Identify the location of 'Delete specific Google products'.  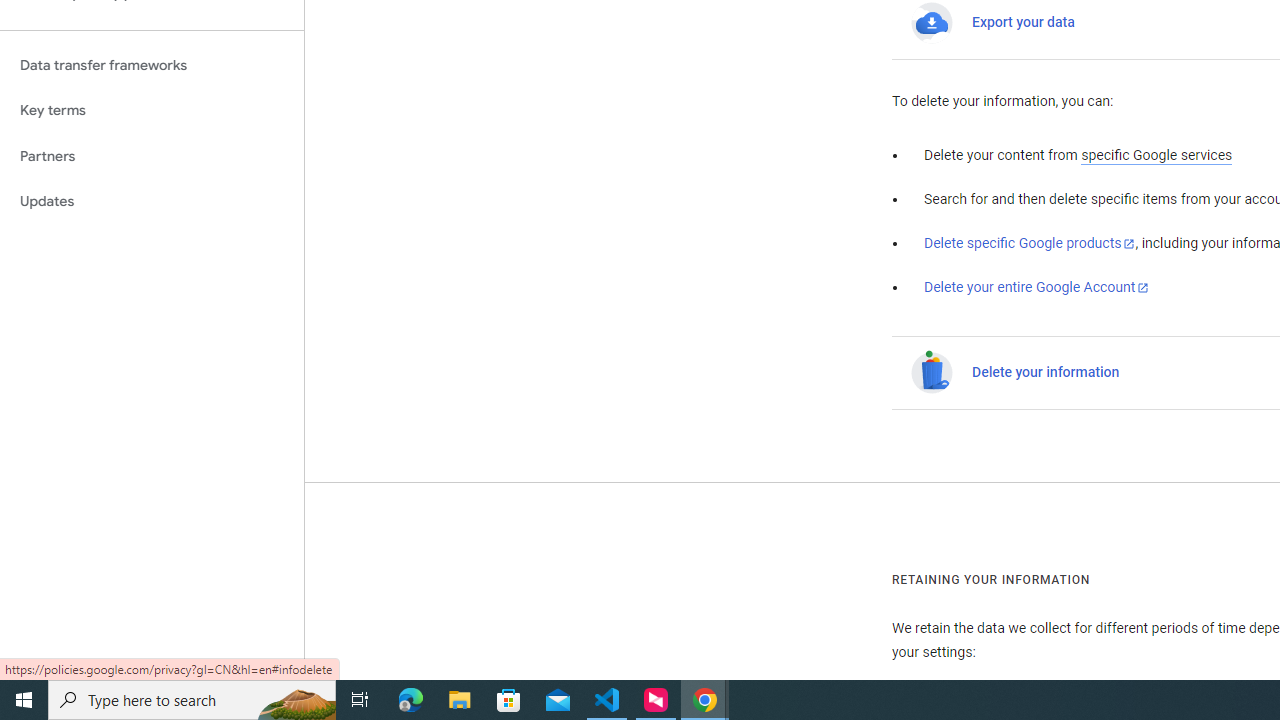
(1030, 242).